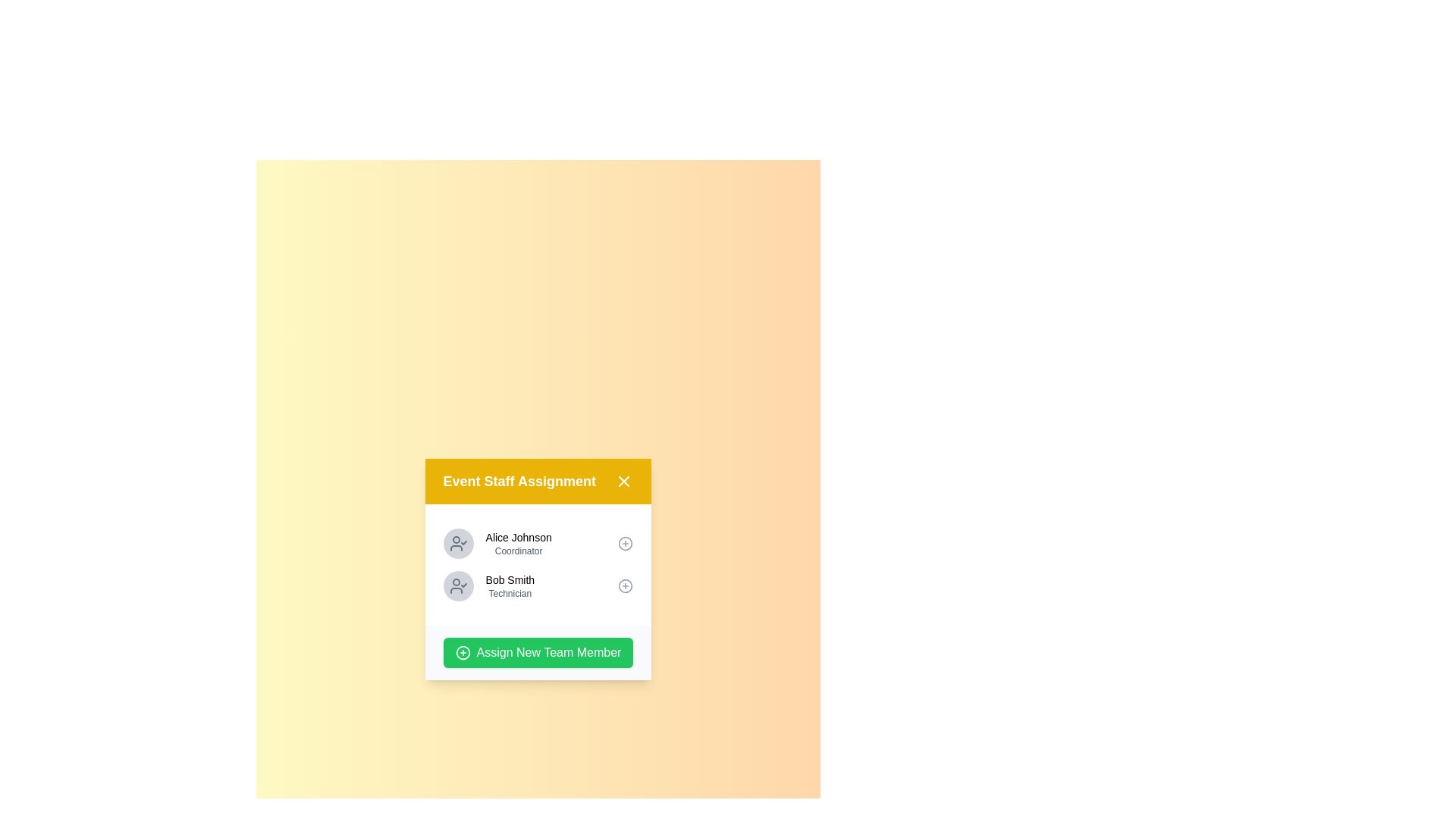 This screenshot has height=819, width=1456. Describe the element at coordinates (538, 651) in the screenshot. I see `the 'Assign New Team Member' button to initiate the assignment process` at that location.